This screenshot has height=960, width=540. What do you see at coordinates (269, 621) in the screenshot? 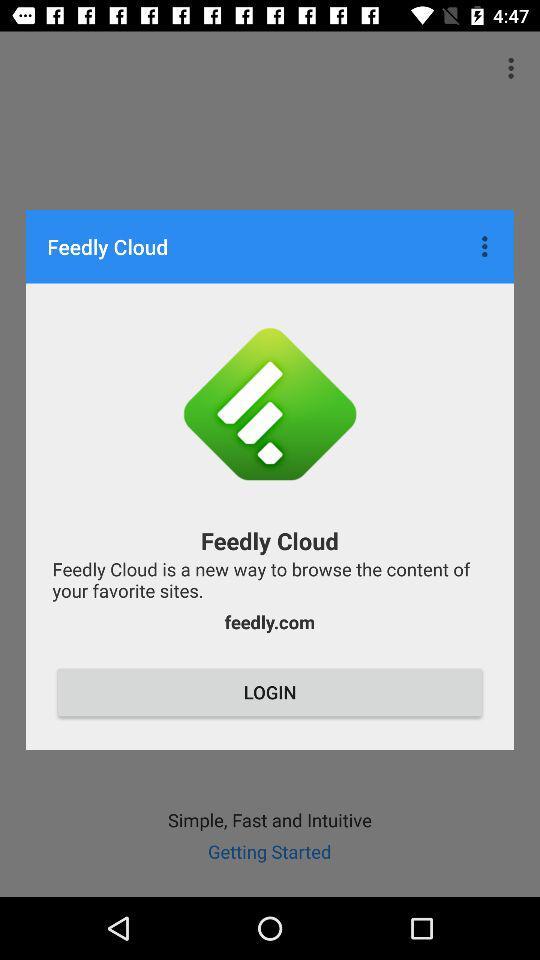
I see `icon above login item` at bounding box center [269, 621].